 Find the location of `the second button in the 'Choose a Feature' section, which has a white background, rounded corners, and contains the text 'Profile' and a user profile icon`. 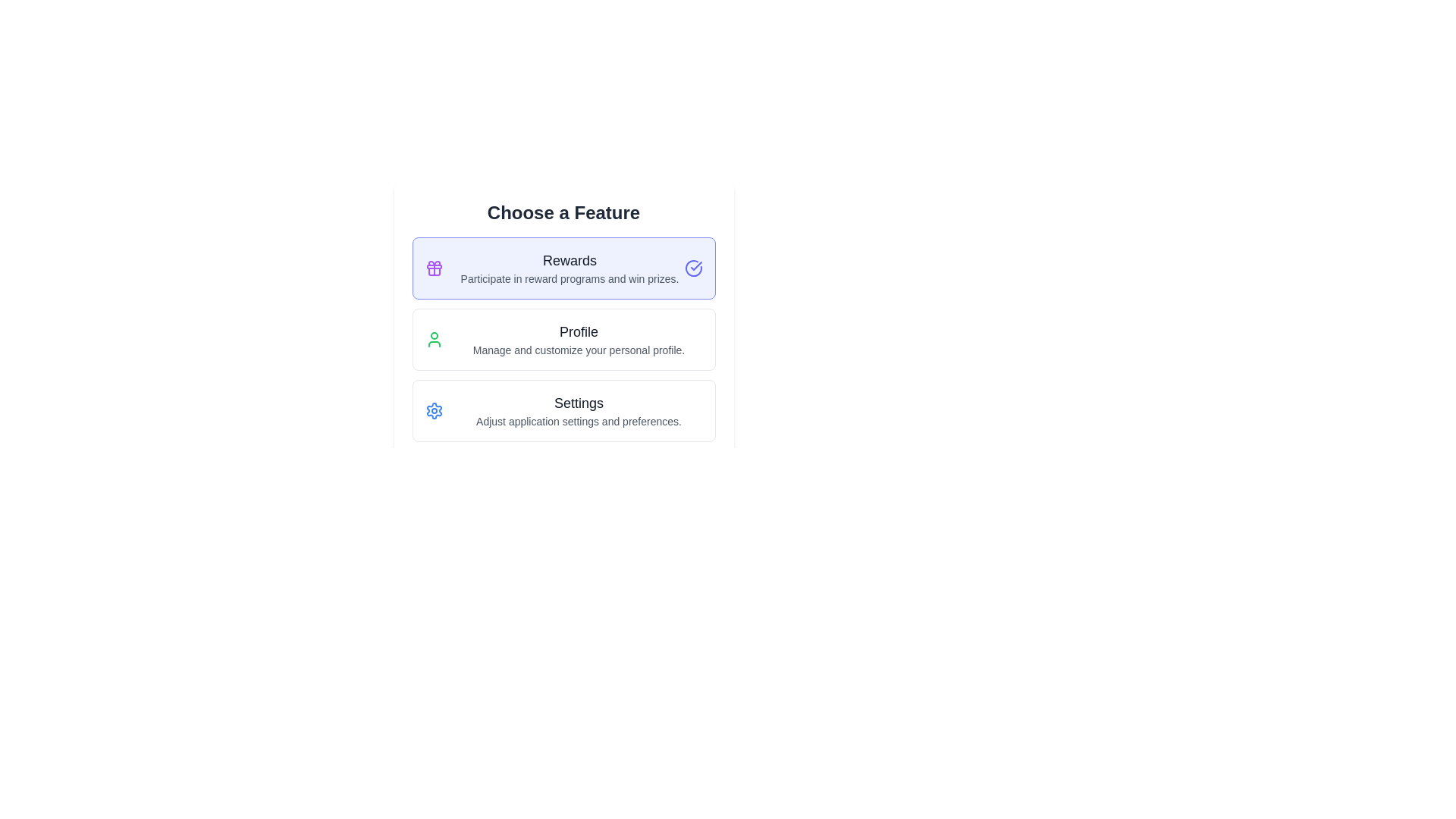

the second button in the 'Choose a Feature' section, which has a white background, rounded corners, and contains the text 'Profile' and a user profile icon is located at coordinates (563, 338).